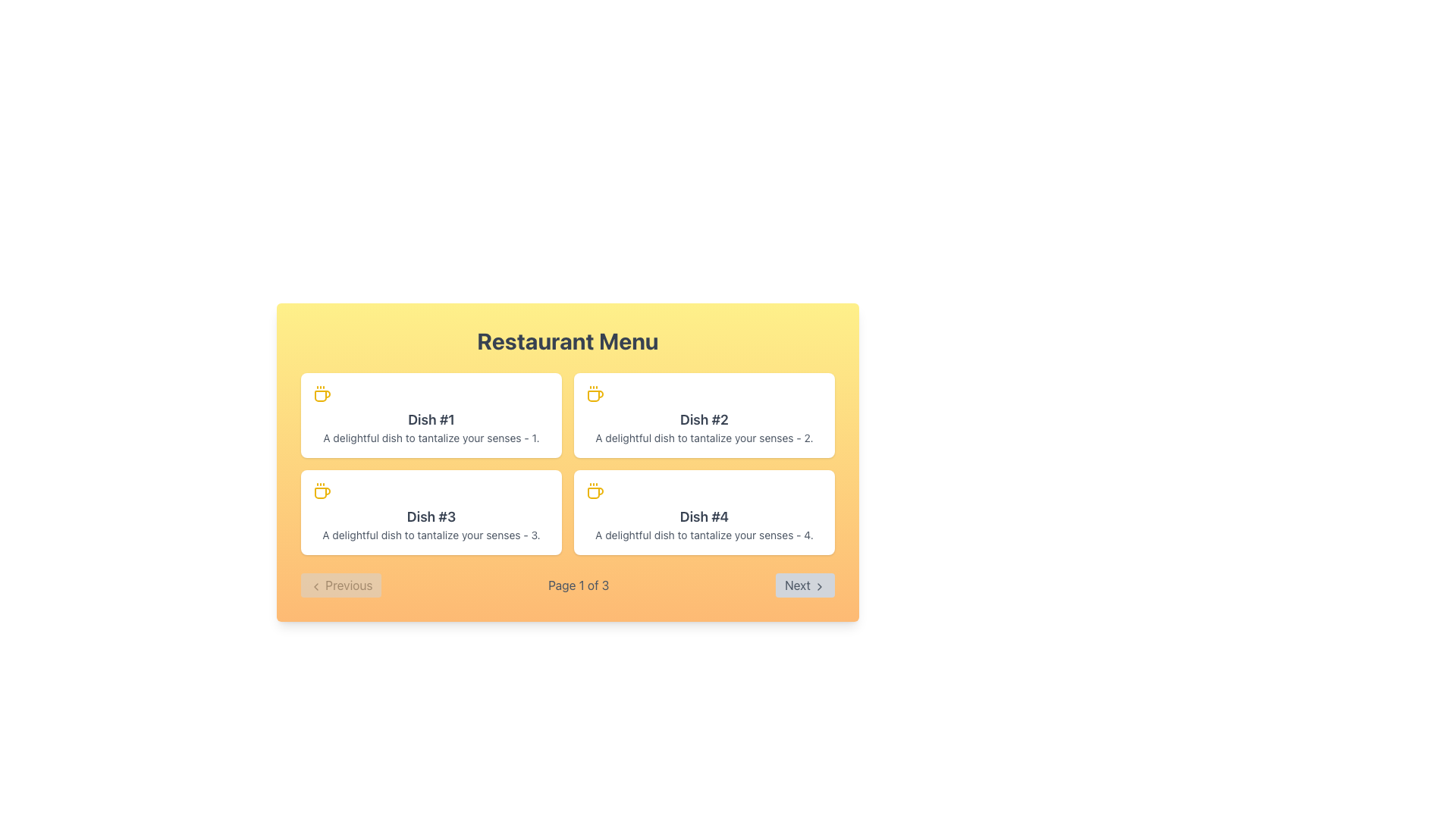 Image resolution: width=1456 pixels, height=819 pixels. What do you see at coordinates (704, 512) in the screenshot?
I see `the menu entry card representing Dish #4, located in the bottom-right corner of the grid in the 'Restaurant Menu' section` at bounding box center [704, 512].